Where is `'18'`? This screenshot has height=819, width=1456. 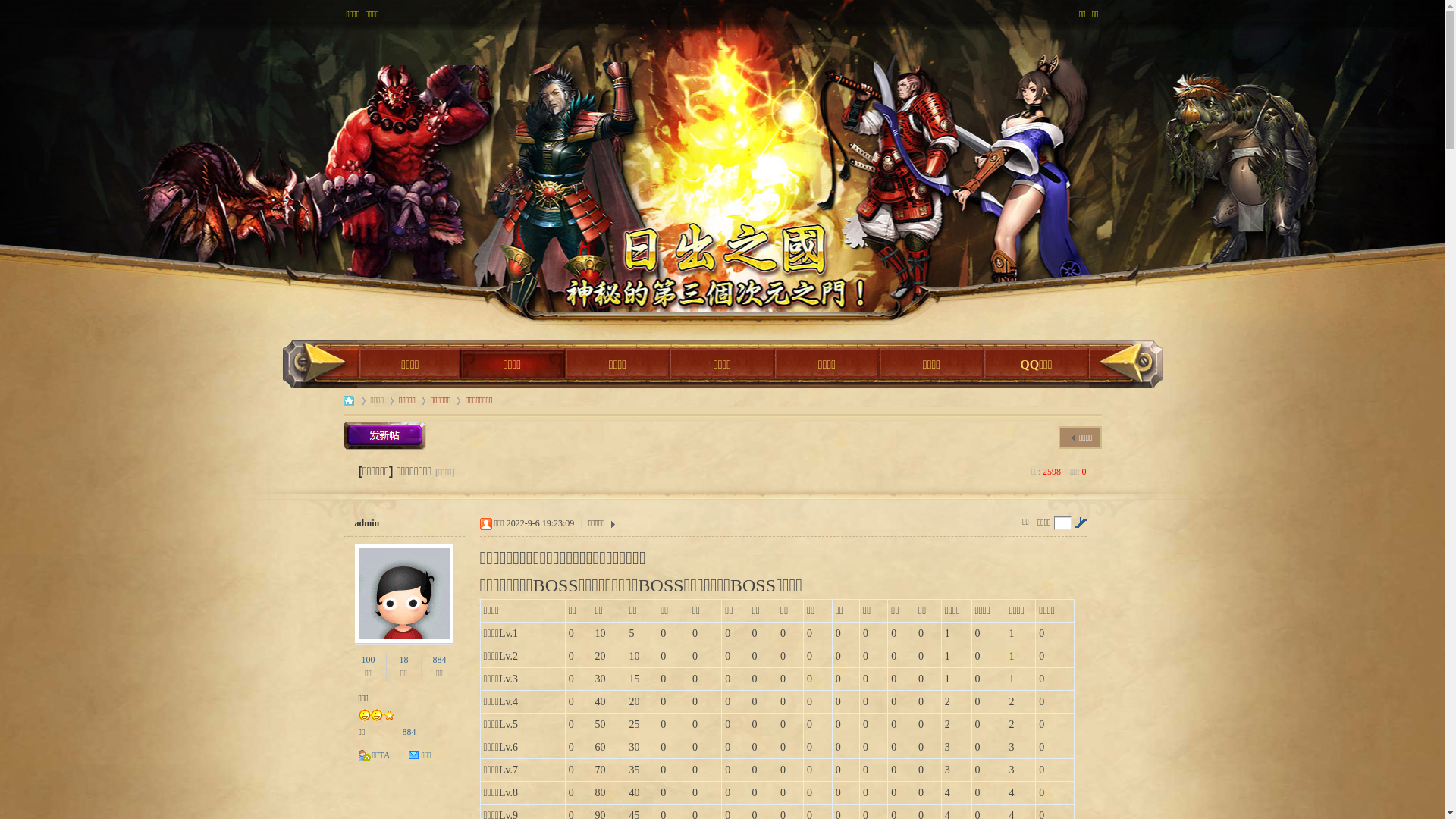 '18' is located at coordinates (399, 659).